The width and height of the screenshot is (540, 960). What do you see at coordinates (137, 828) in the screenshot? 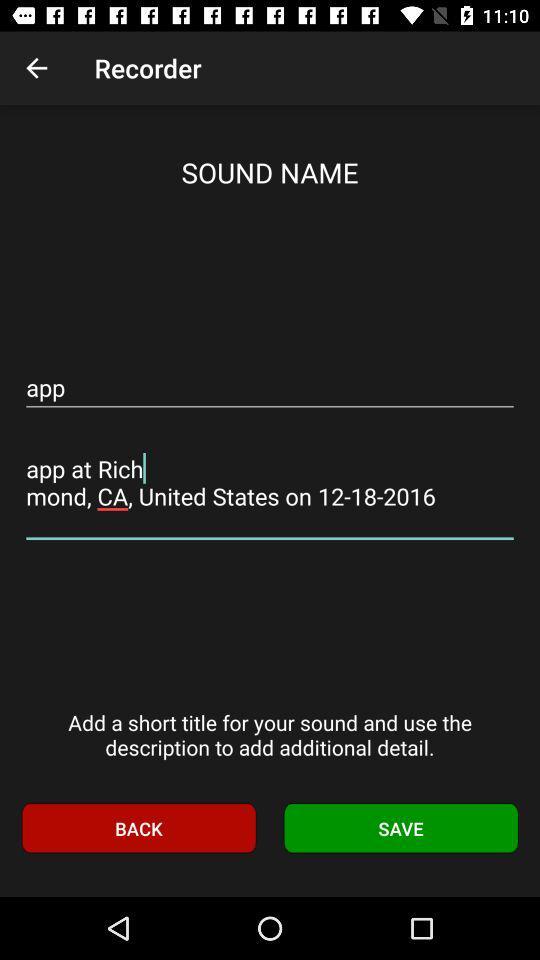
I see `icon below add a short icon` at bounding box center [137, 828].